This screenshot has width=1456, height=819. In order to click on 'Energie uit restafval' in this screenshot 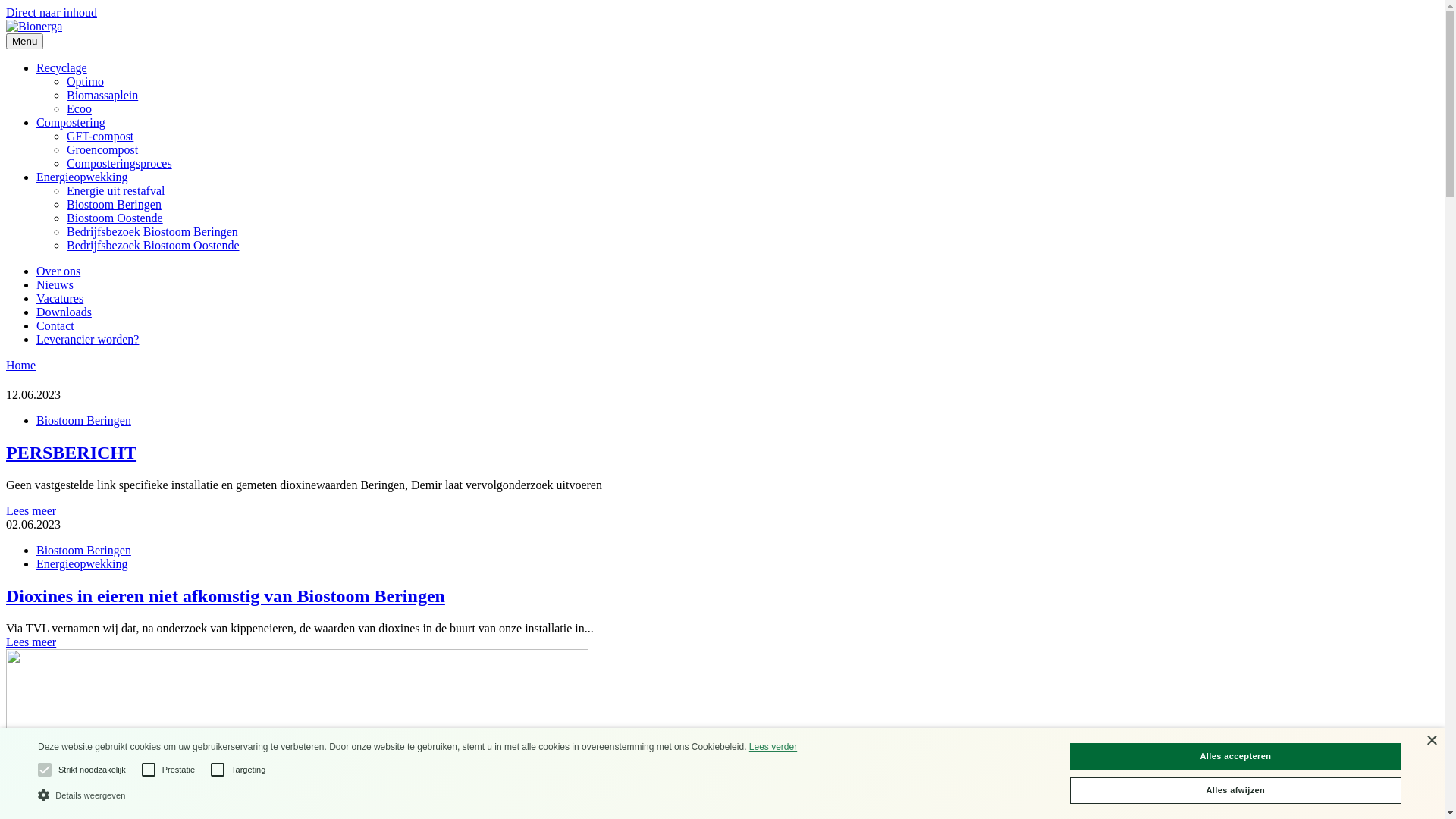, I will do `click(65, 190)`.